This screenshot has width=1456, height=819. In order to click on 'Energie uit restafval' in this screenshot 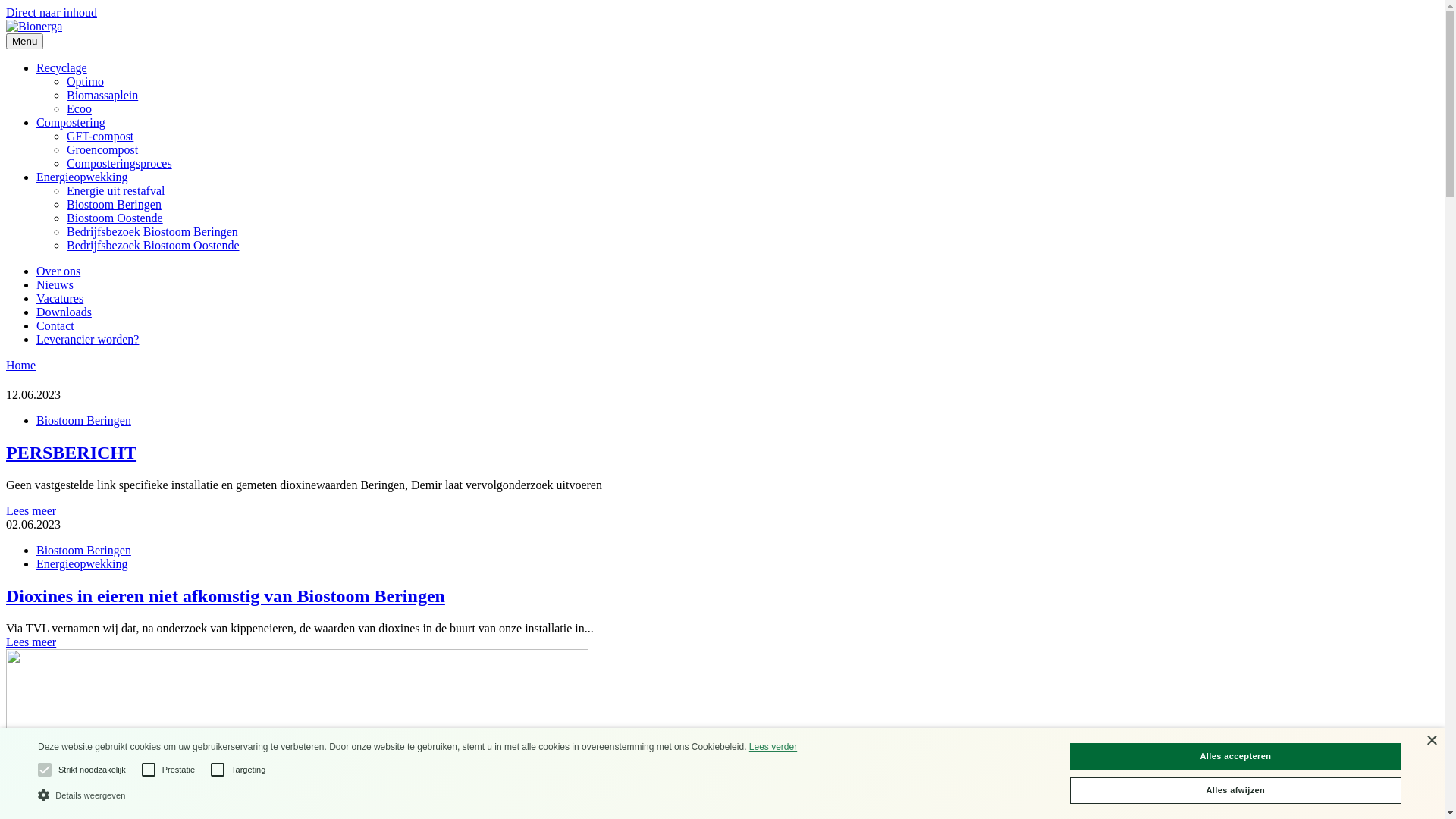, I will do `click(65, 190)`.